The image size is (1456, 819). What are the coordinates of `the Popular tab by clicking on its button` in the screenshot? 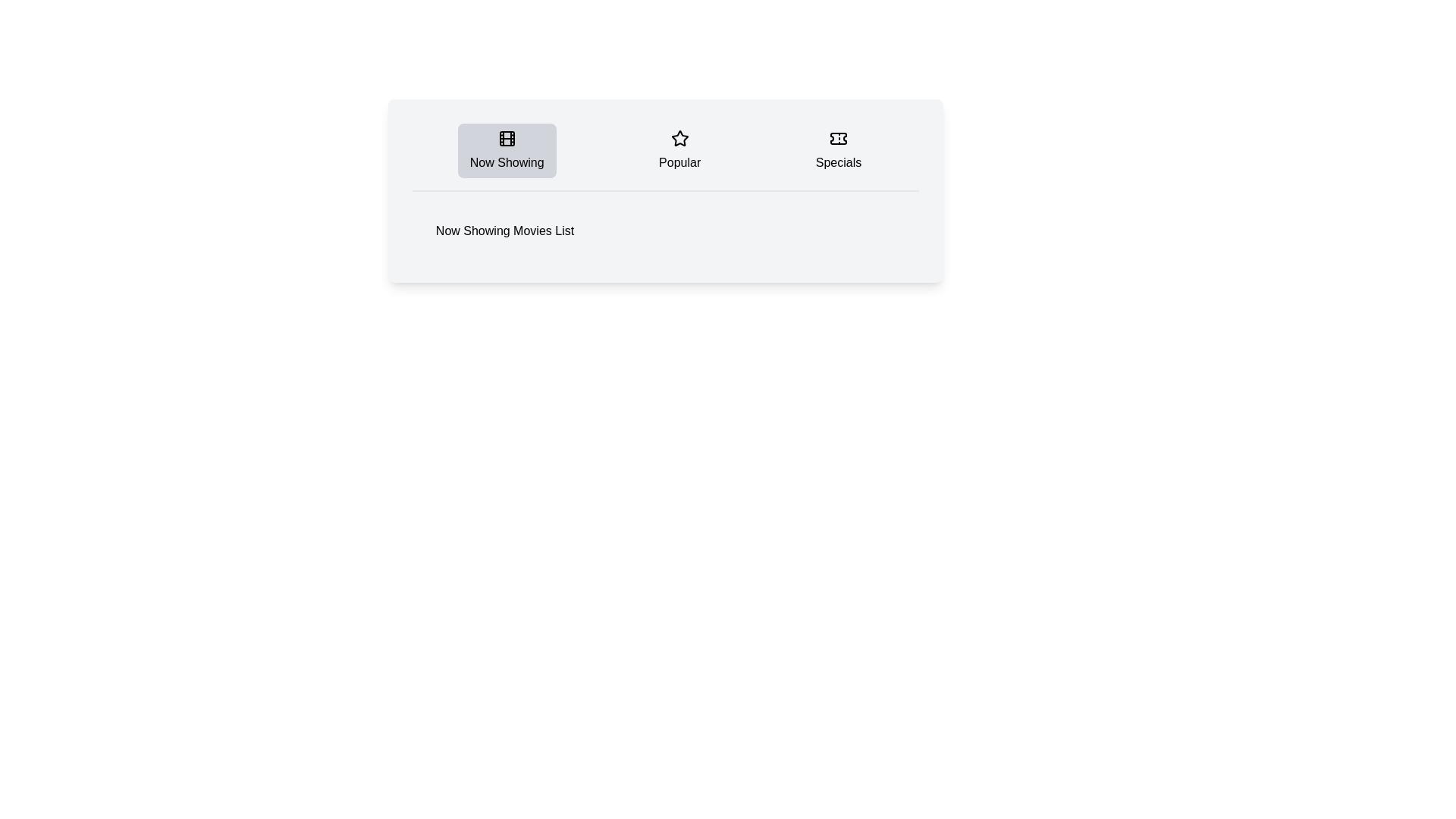 It's located at (679, 151).